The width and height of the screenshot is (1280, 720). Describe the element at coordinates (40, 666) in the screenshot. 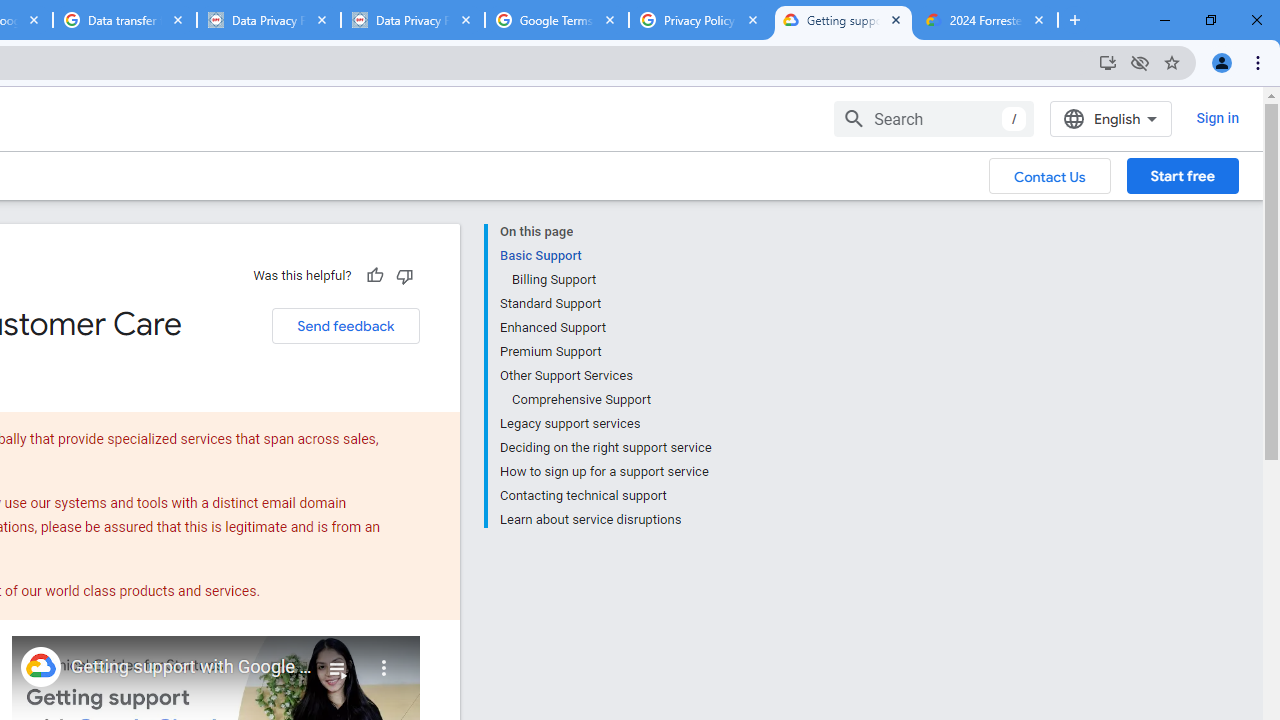

I see `'Photo image of Google Cloud Tech'` at that location.